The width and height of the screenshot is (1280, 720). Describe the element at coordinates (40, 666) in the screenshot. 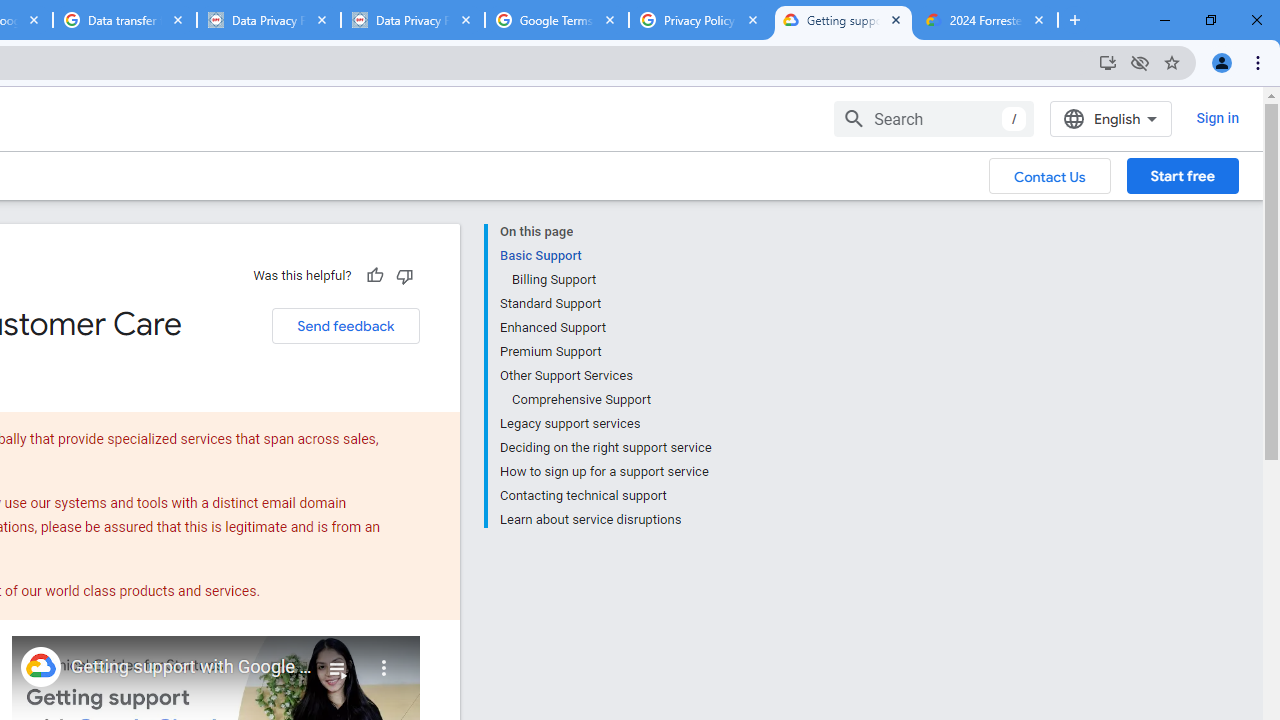

I see `'Photo image of Google Cloud Tech'` at that location.